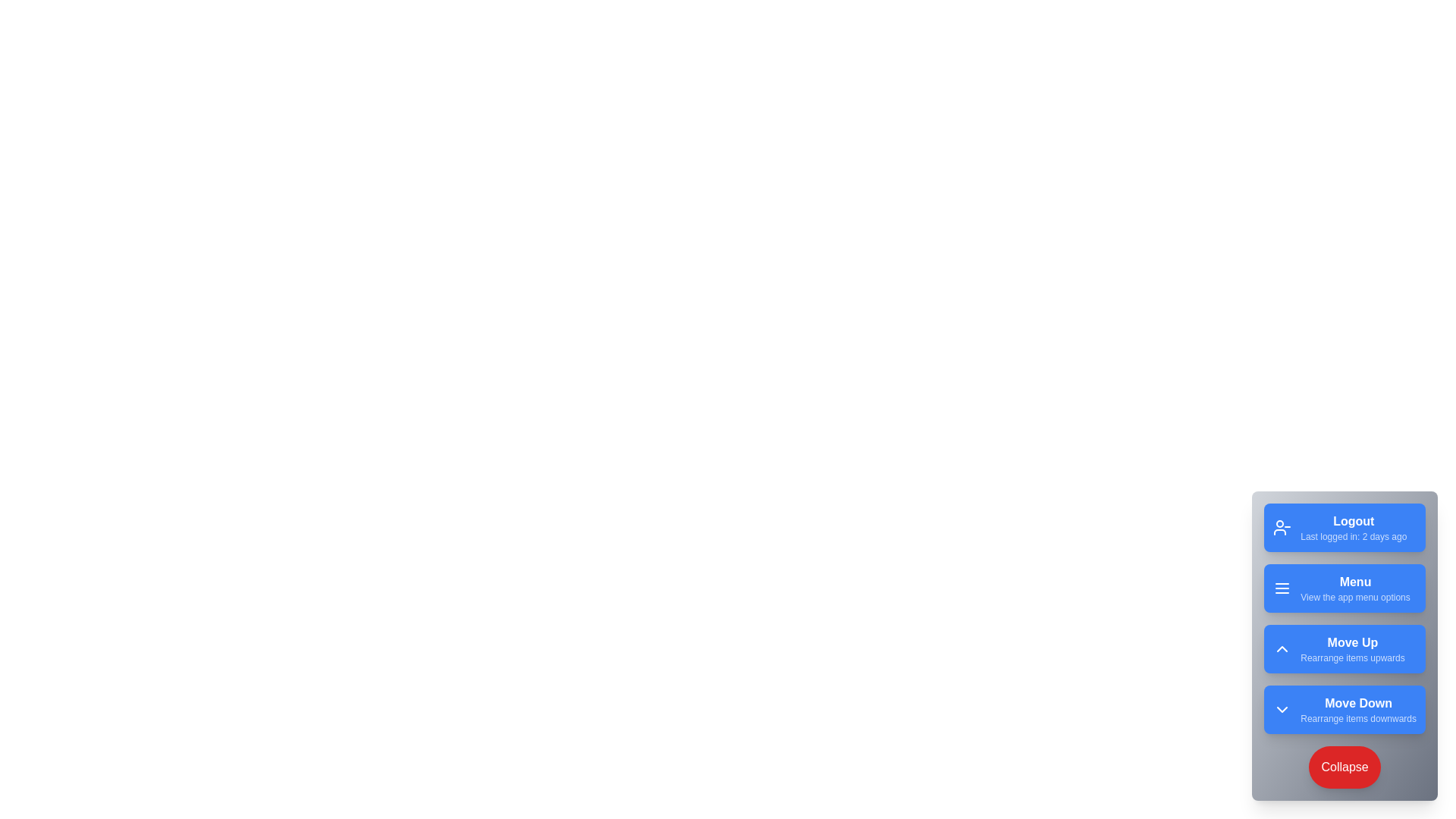 This screenshot has height=819, width=1456. What do you see at coordinates (1352, 657) in the screenshot?
I see `the Text label that provides context for the 'Move Up' action in the menu, situated below the 'Move Up' label and above the 'Move Down' section` at bounding box center [1352, 657].